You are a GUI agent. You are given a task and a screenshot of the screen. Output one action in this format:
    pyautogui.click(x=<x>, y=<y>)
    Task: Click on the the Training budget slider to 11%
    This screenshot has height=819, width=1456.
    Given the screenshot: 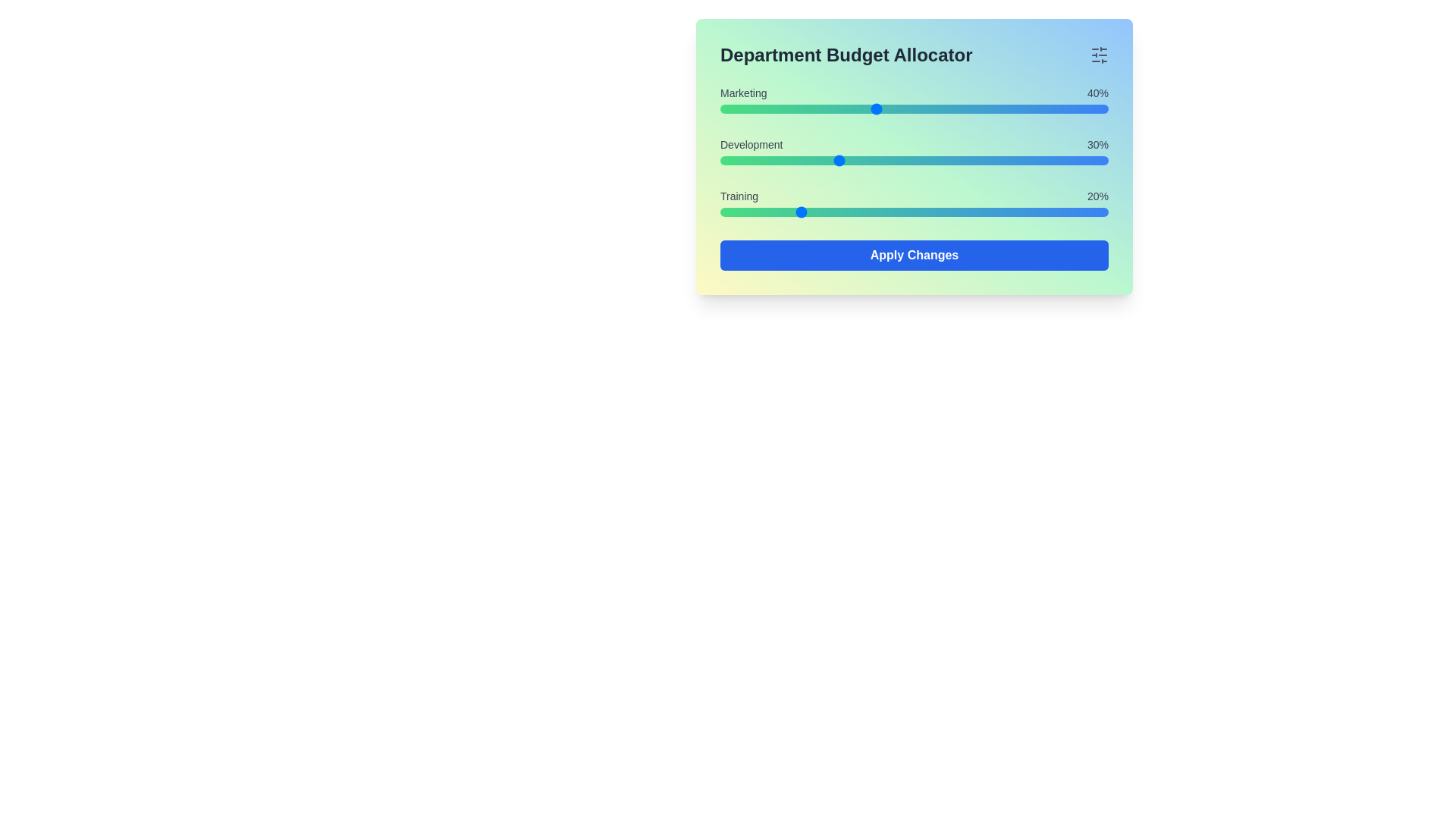 What is the action you would take?
    pyautogui.click(x=763, y=212)
    